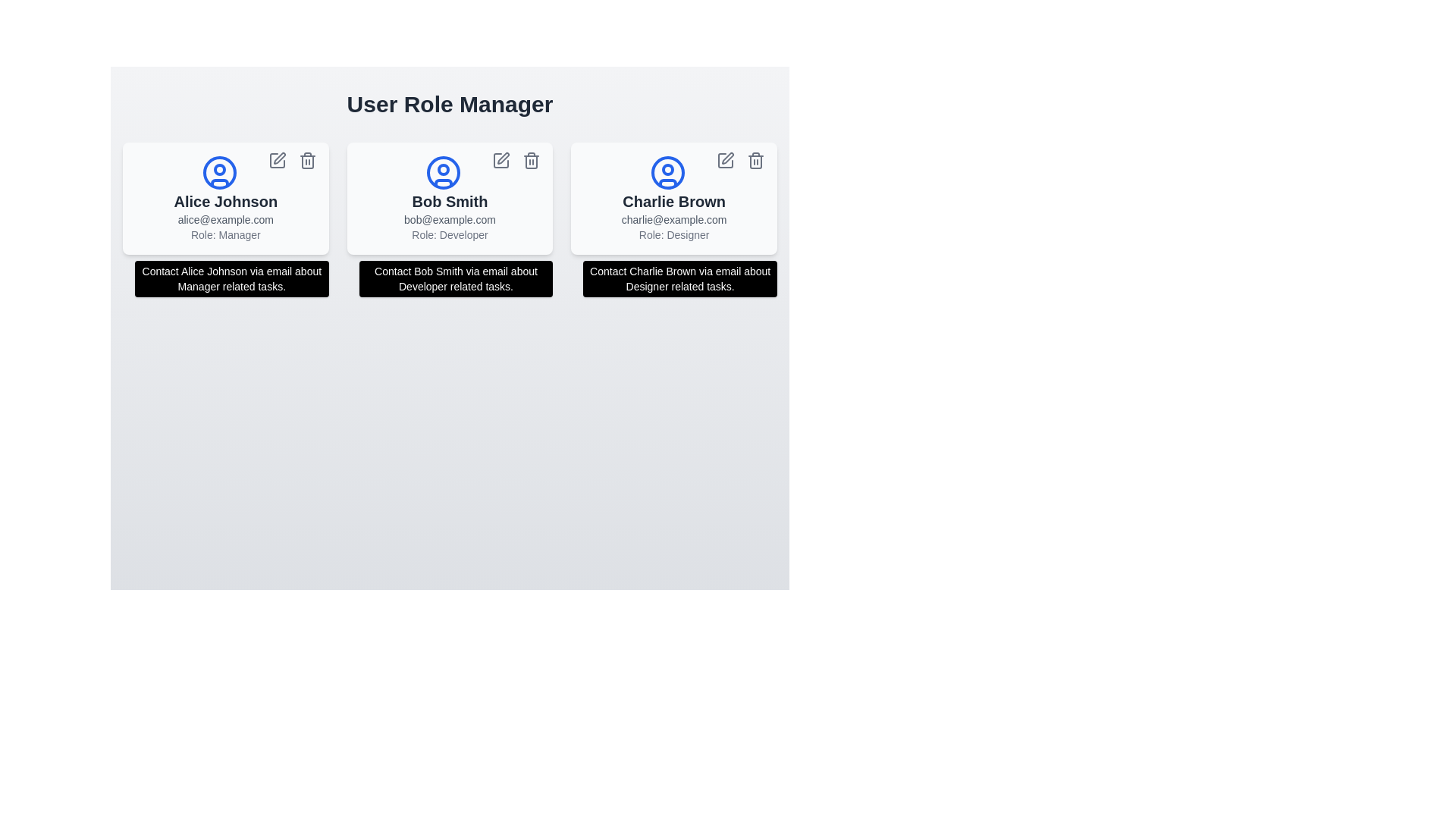 This screenshot has height=819, width=1456. What do you see at coordinates (455, 278) in the screenshot?
I see `information displayed in the tooltip located directly beneath the profile card for 'Bob Smith', which provides additional instructions for contacting via email for developer tasks` at bounding box center [455, 278].